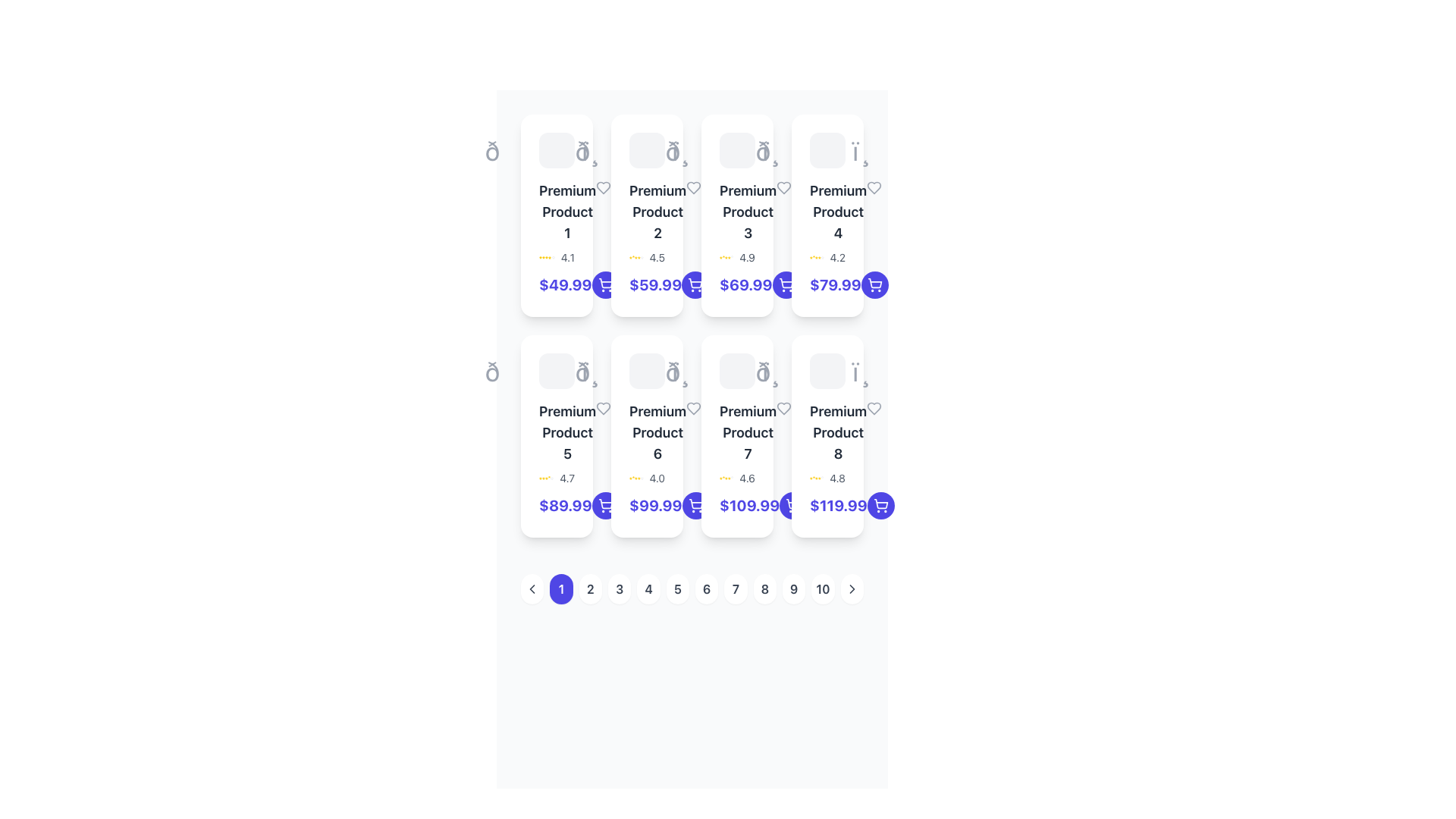  What do you see at coordinates (604, 283) in the screenshot?
I see `the shopping cart icon button located in the bottom-right corner of the 'Premium Product 8' card` at bounding box center [604, 283].